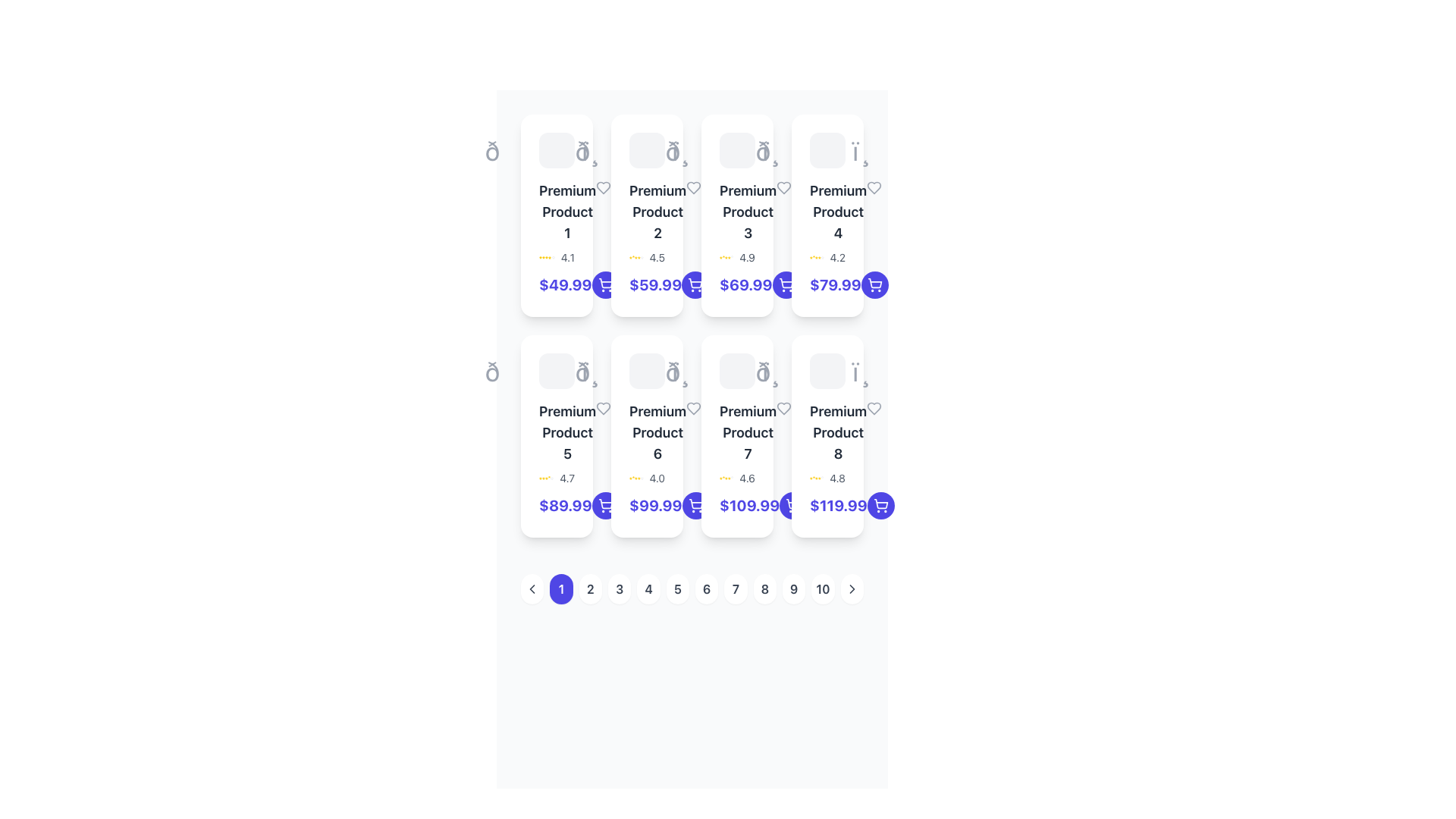  What do you see at coordinates (604, 283) in the screenshot?
I see `the shopping cart icon button located in the bottom-right corner of the 'Premium Product 8' card` at bounding box center [604, 283].